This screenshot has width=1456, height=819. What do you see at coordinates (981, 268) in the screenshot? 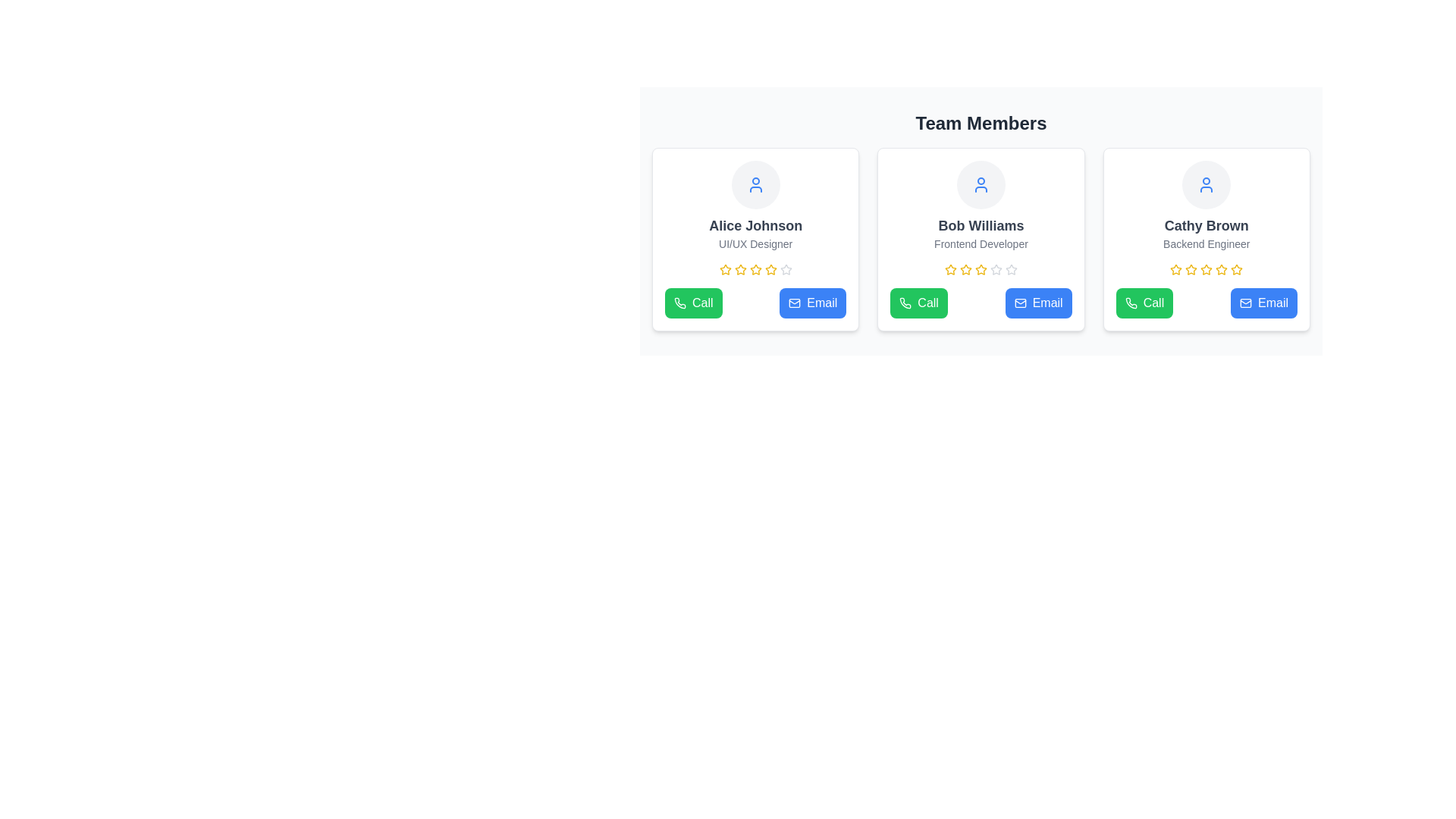
I see `the second star-shaped icon filled with yellow color to rate Bob Williams, located under his role description 'Frontend Developer.'` at bounding box center [981, 268].